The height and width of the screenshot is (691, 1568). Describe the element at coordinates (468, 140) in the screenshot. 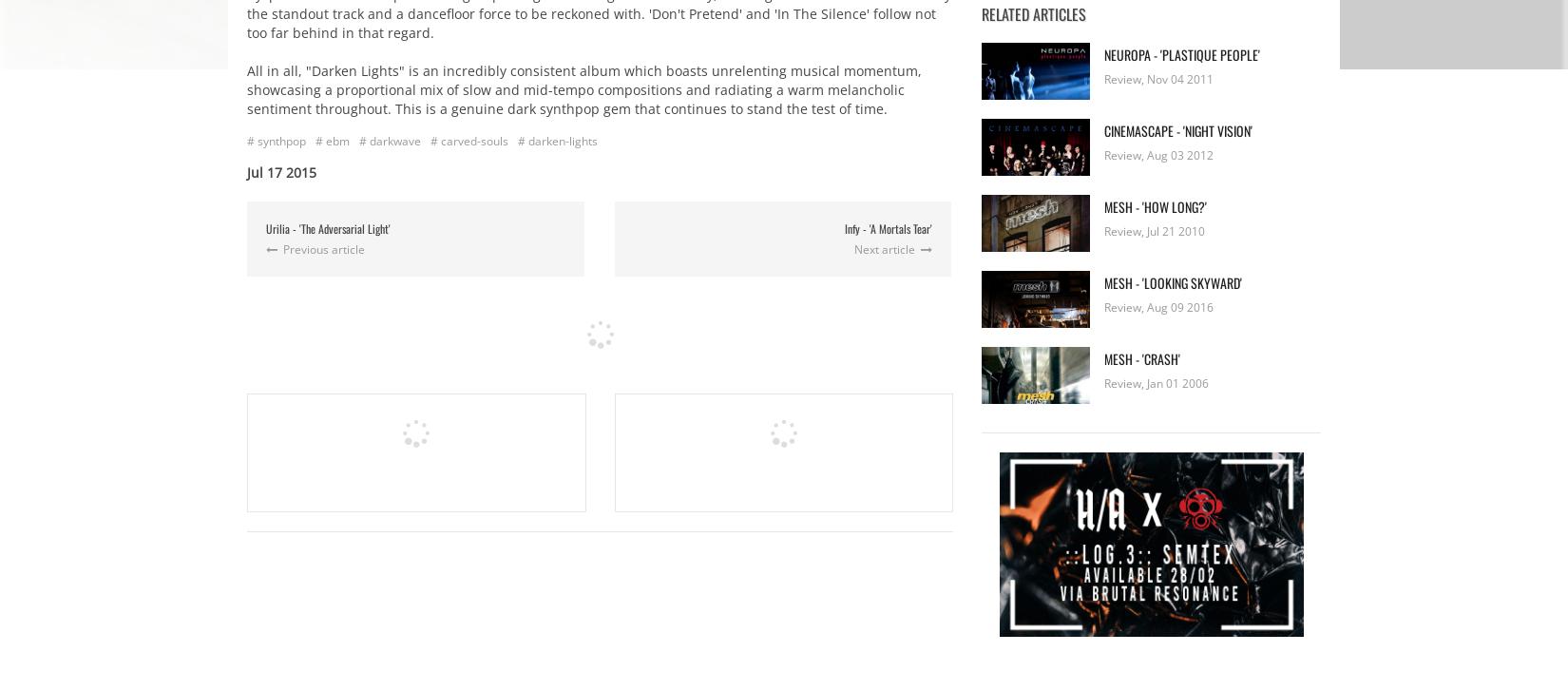

I see `'# carved-souls'` at that location.